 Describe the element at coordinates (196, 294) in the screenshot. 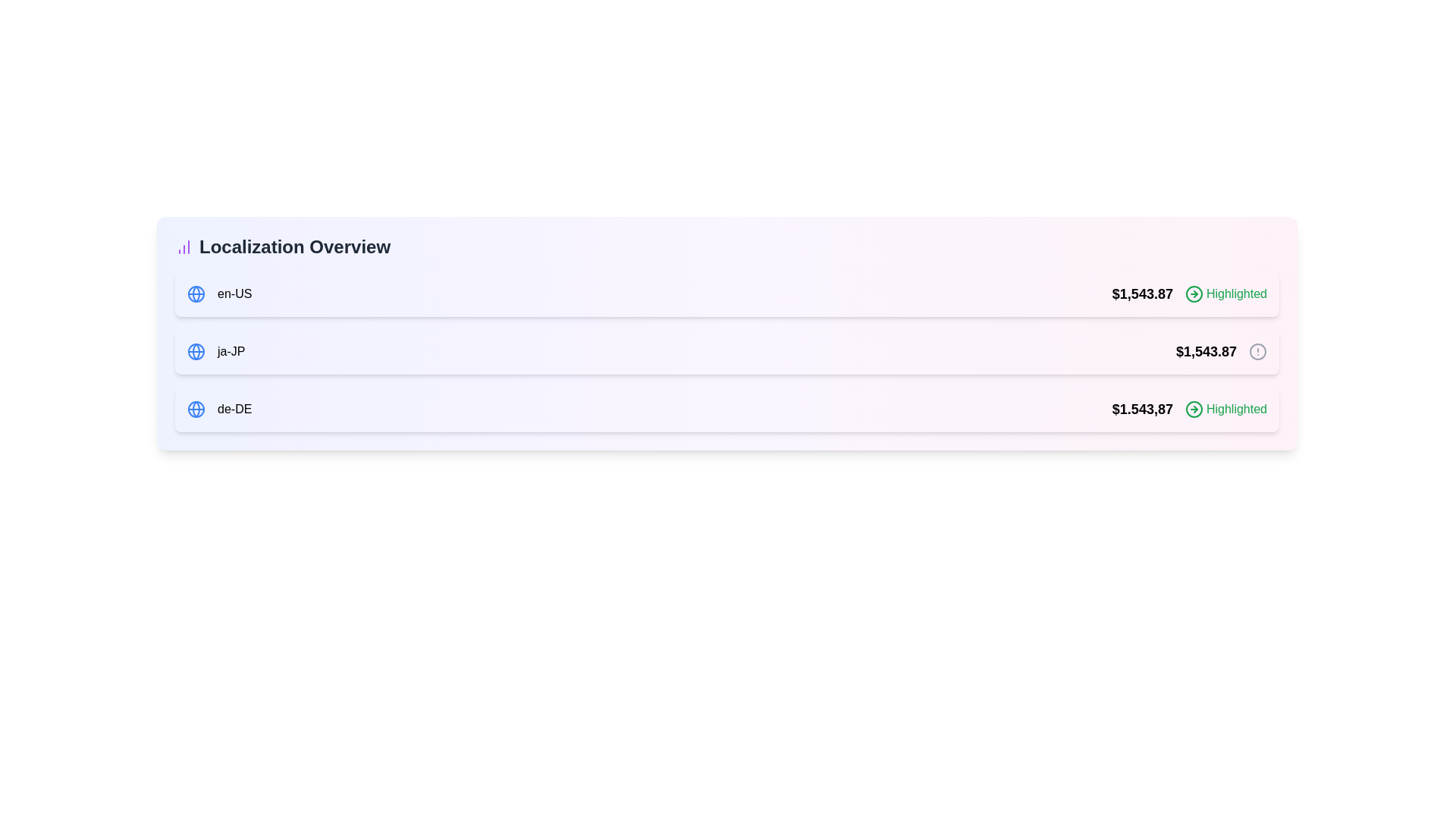

I see `the blue-stroked circular SVG shape that is part of the globe icon located to the left of the 'ja-JP' text in the Localization Overview interface` at that location.